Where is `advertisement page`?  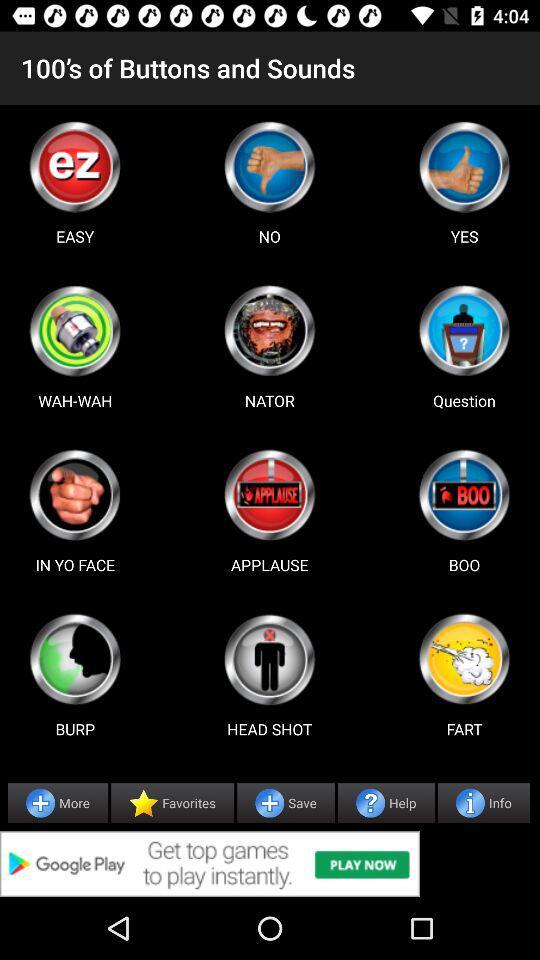 advertisement page is located at coordinates (270, 863).